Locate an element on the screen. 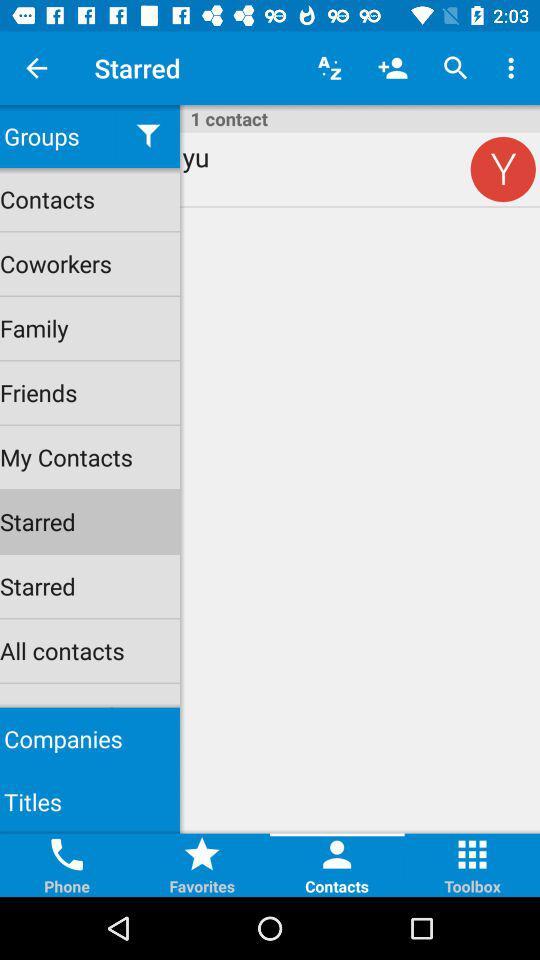 The width and height of the screenshot is (540, 960). the filter icon is located at coordinates (147, 135).